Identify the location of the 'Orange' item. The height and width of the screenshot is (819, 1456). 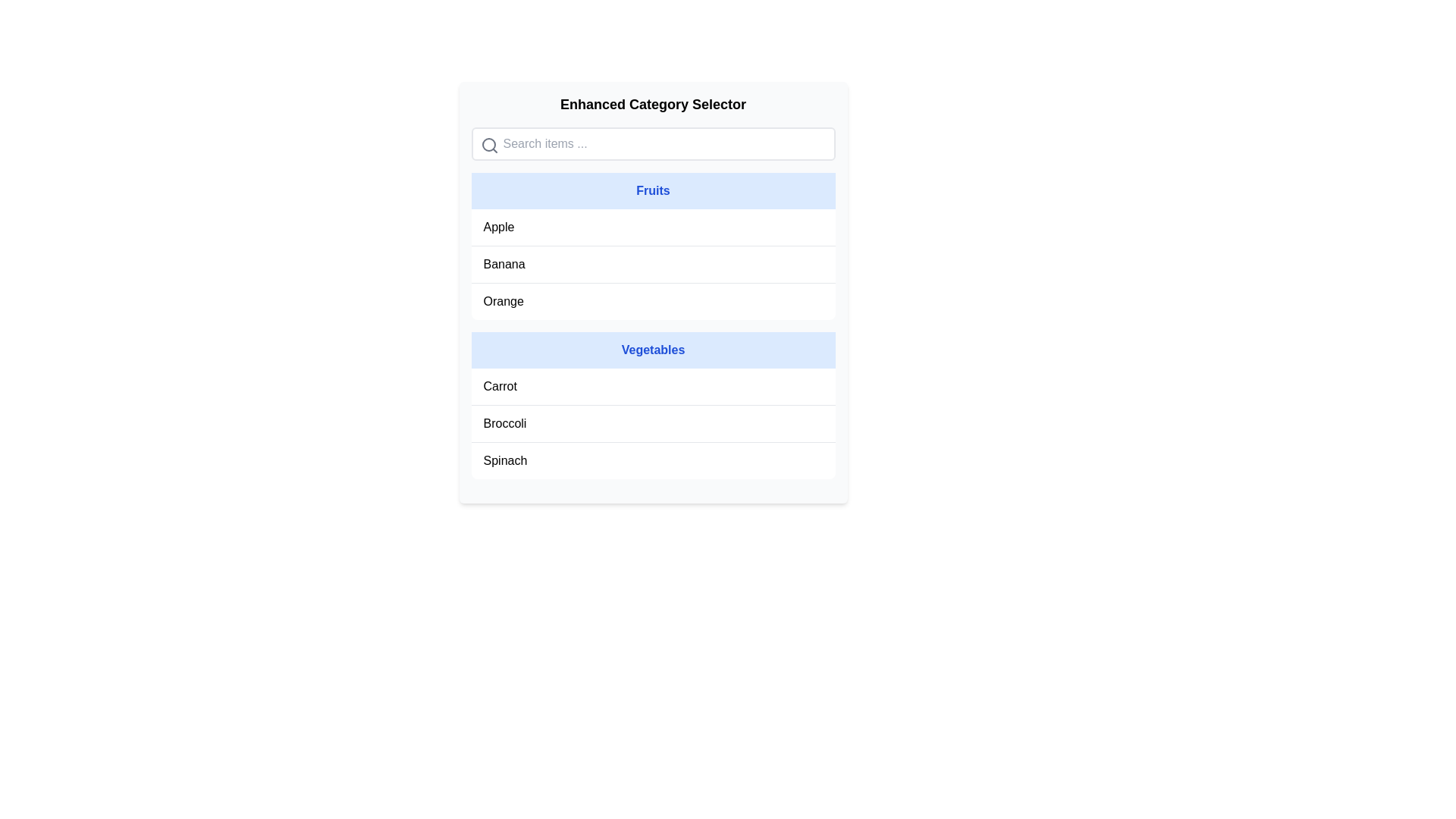
(653, 301).